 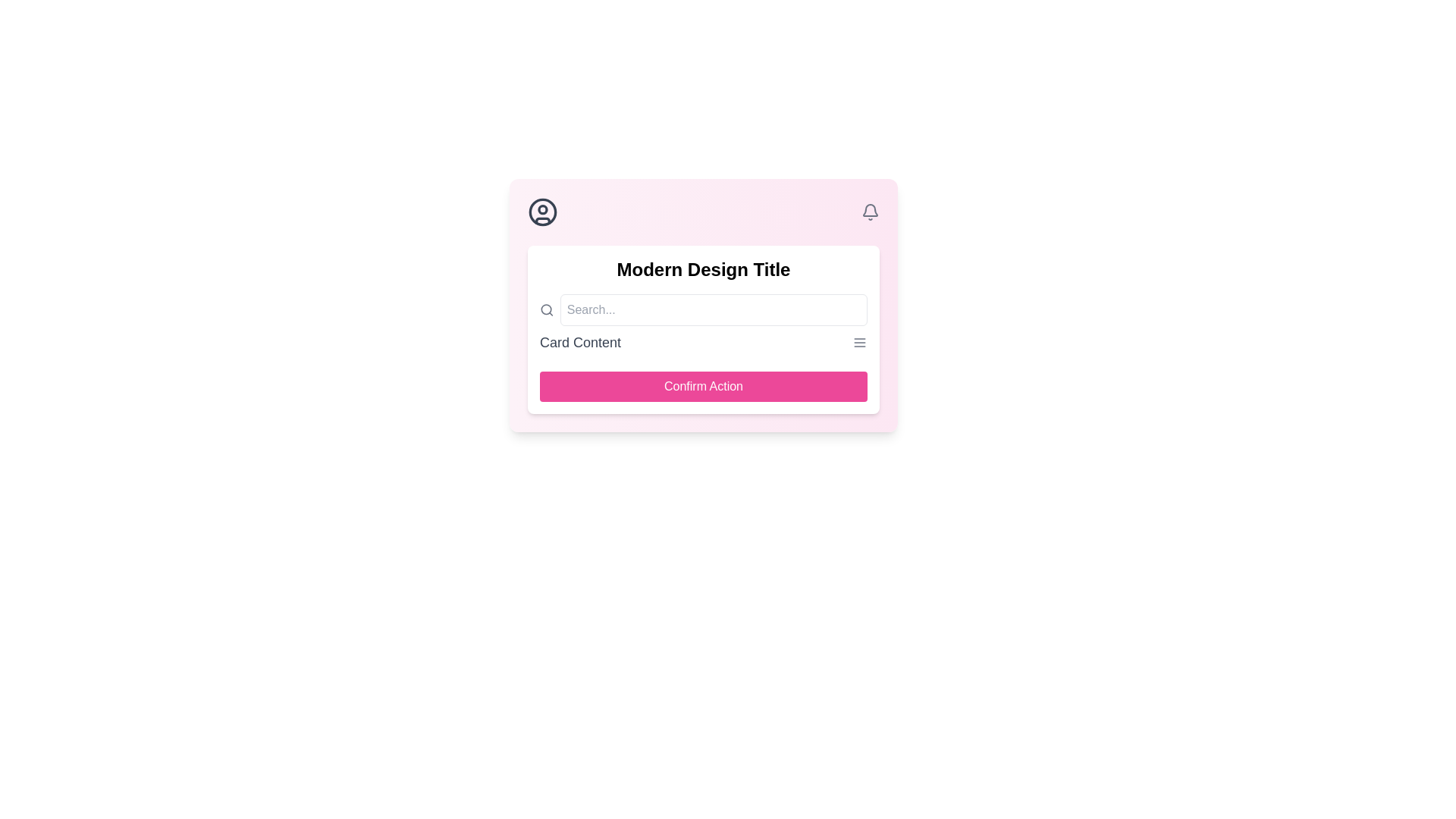 What do you see at coordinates (870, 212) in the screenshot?
I see `the light gray bell icon located in the top-right corner of the header section` at bounding box center [870, 212].